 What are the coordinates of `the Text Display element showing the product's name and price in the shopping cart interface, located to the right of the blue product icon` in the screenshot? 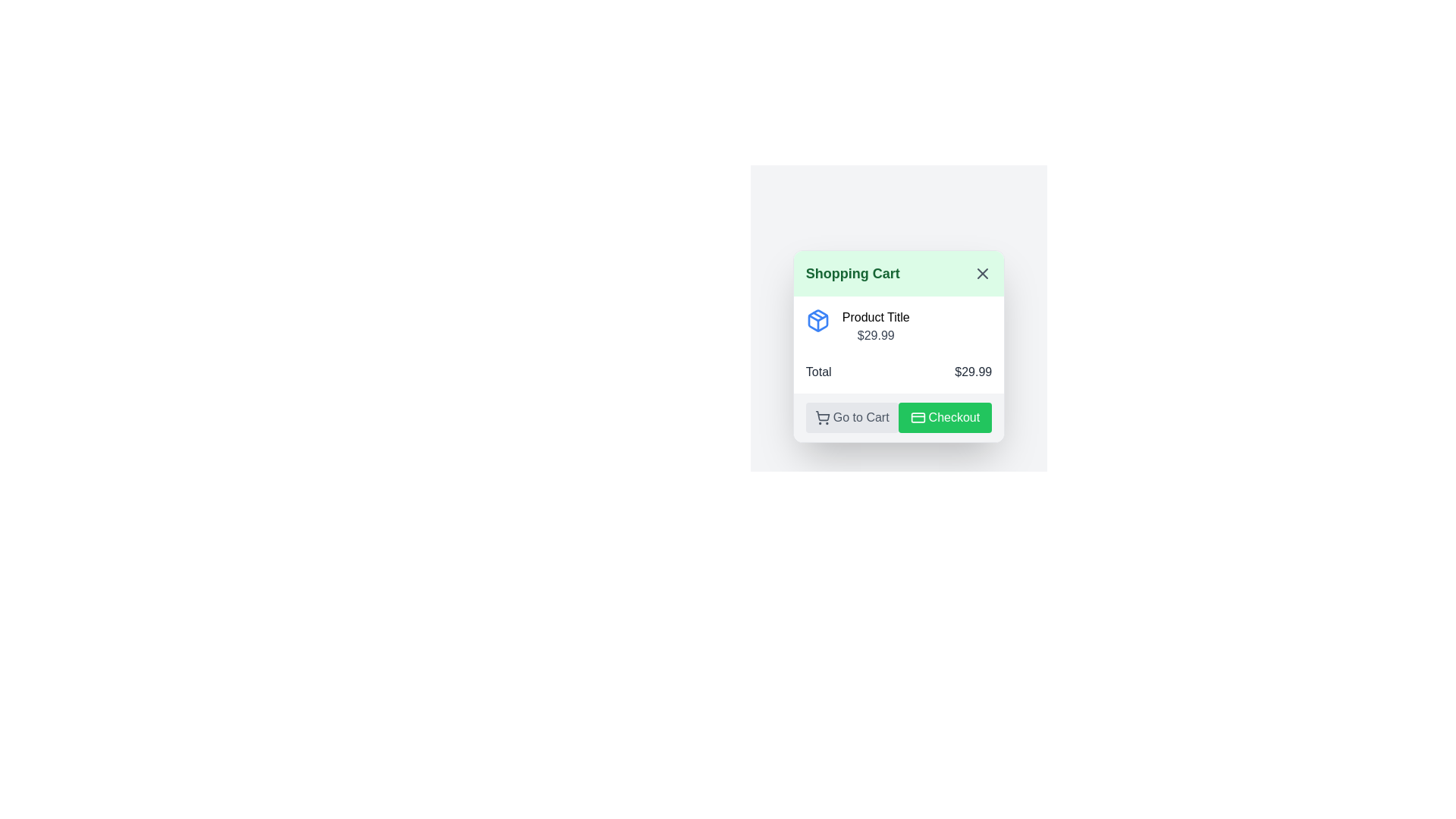 It's located at (876, 326).